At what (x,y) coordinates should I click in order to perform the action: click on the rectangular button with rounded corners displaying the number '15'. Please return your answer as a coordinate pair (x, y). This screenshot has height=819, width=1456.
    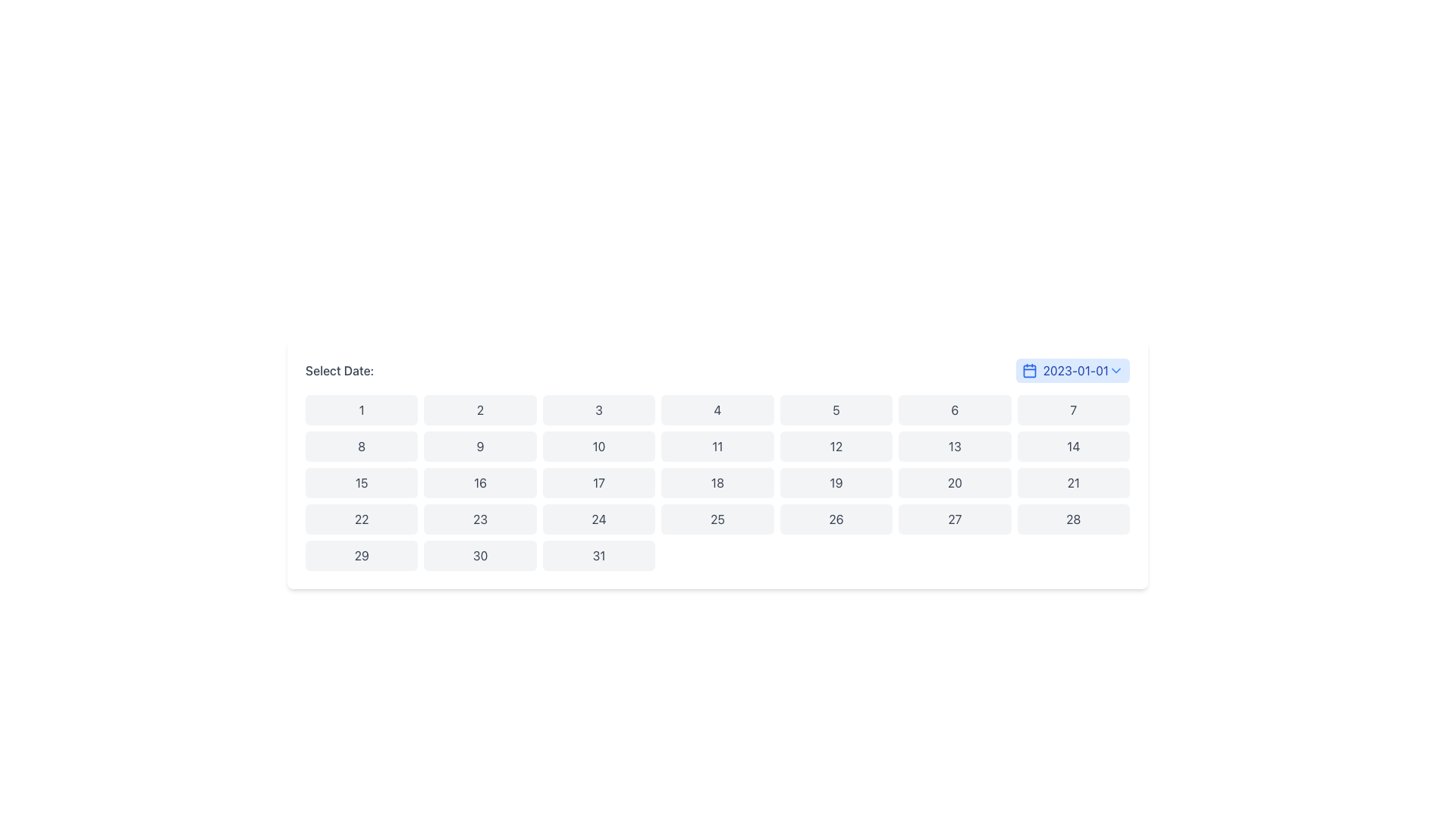
    Looking at the image, I should click on (361, 482).